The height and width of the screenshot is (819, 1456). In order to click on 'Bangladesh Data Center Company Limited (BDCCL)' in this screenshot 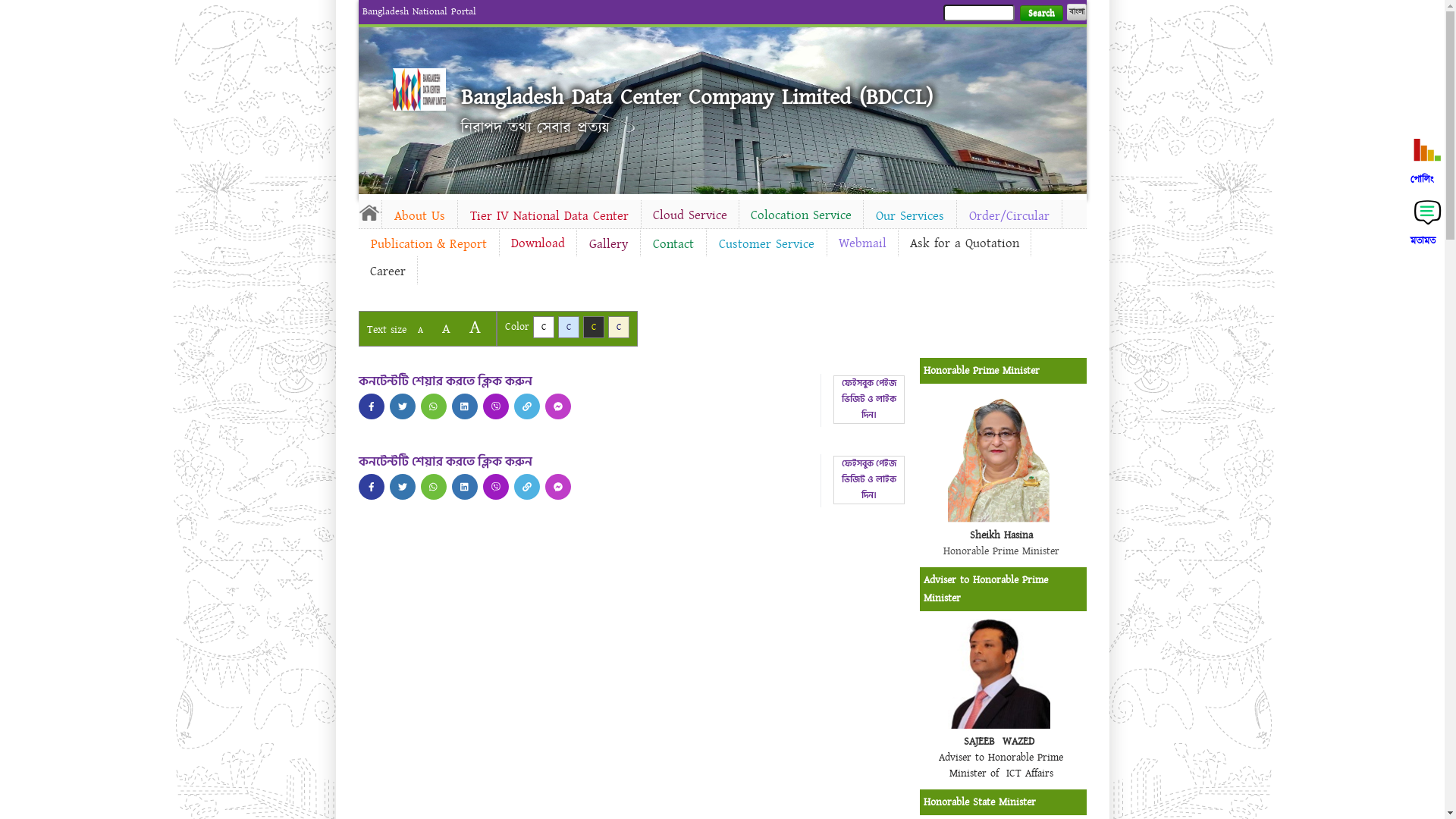, I will do `click(695, 96)`.